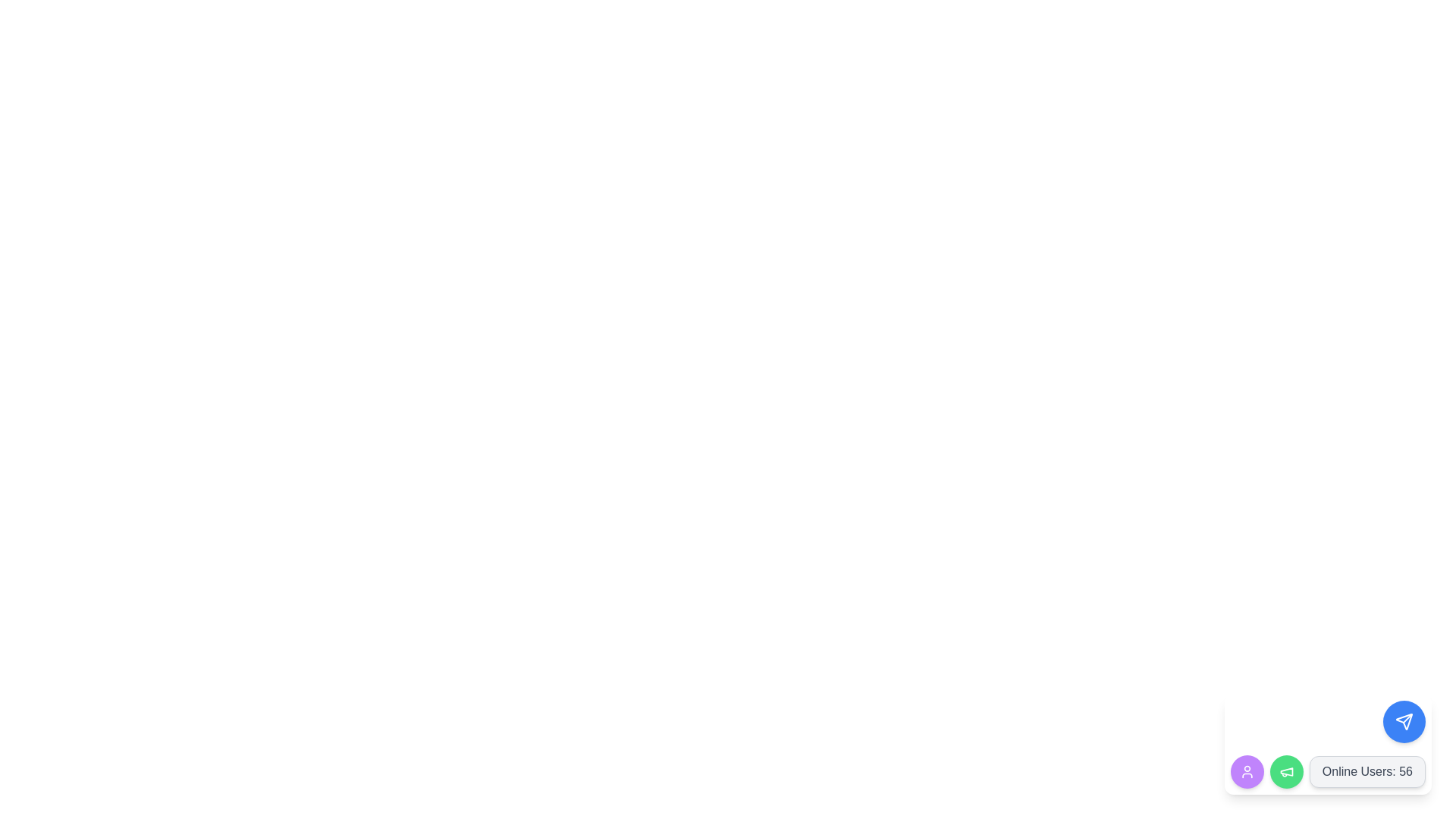  What do you see at coordinates (1404, 721) in the screenshot?
I see `the send icon, which is a right-pointing arrow within a blue circular button located at the bottom-right corner of the interface` at bounding box center [1404, 721].